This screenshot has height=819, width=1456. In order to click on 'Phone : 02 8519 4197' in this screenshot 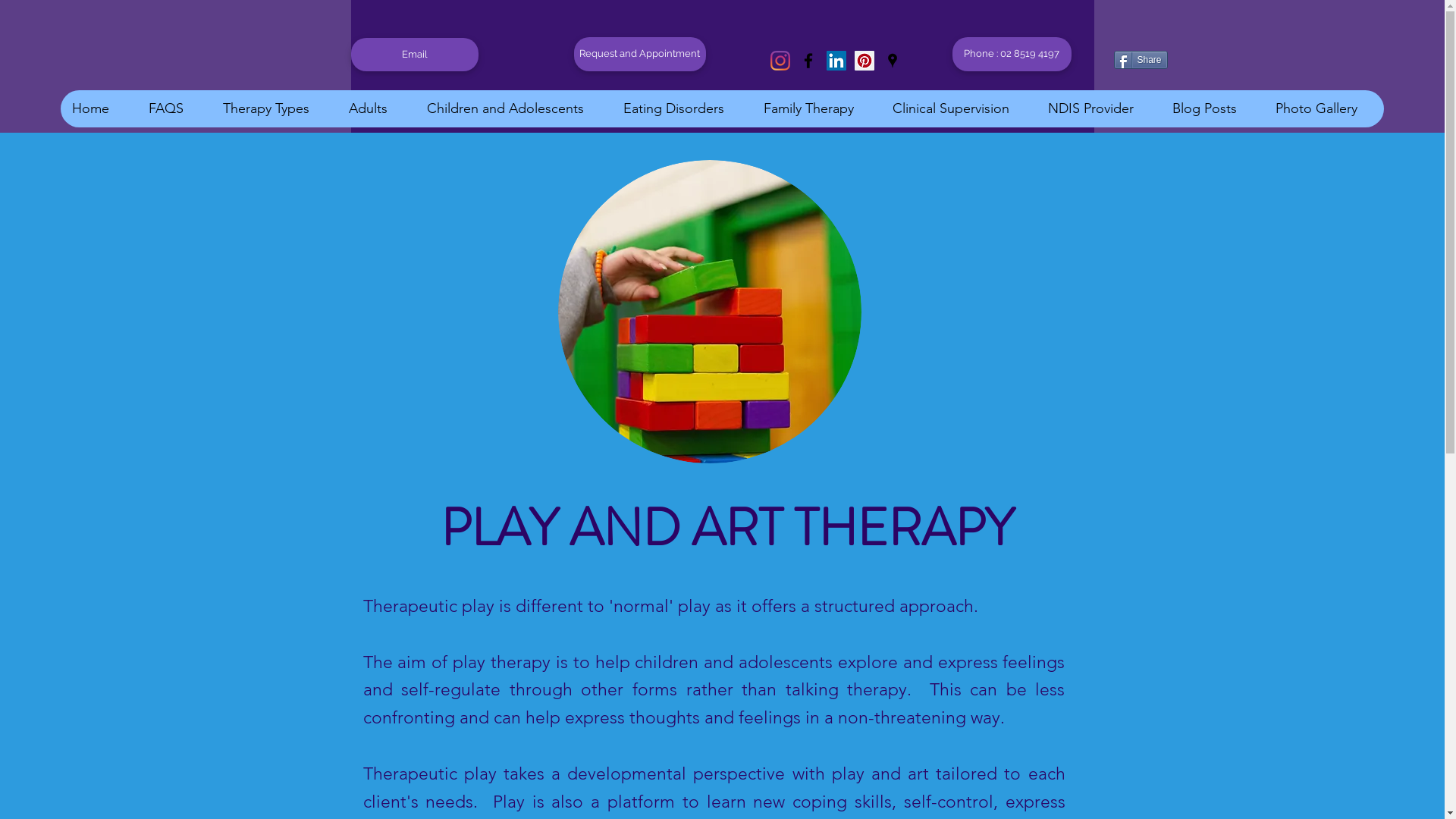, I will do `click(1012, 53)`.